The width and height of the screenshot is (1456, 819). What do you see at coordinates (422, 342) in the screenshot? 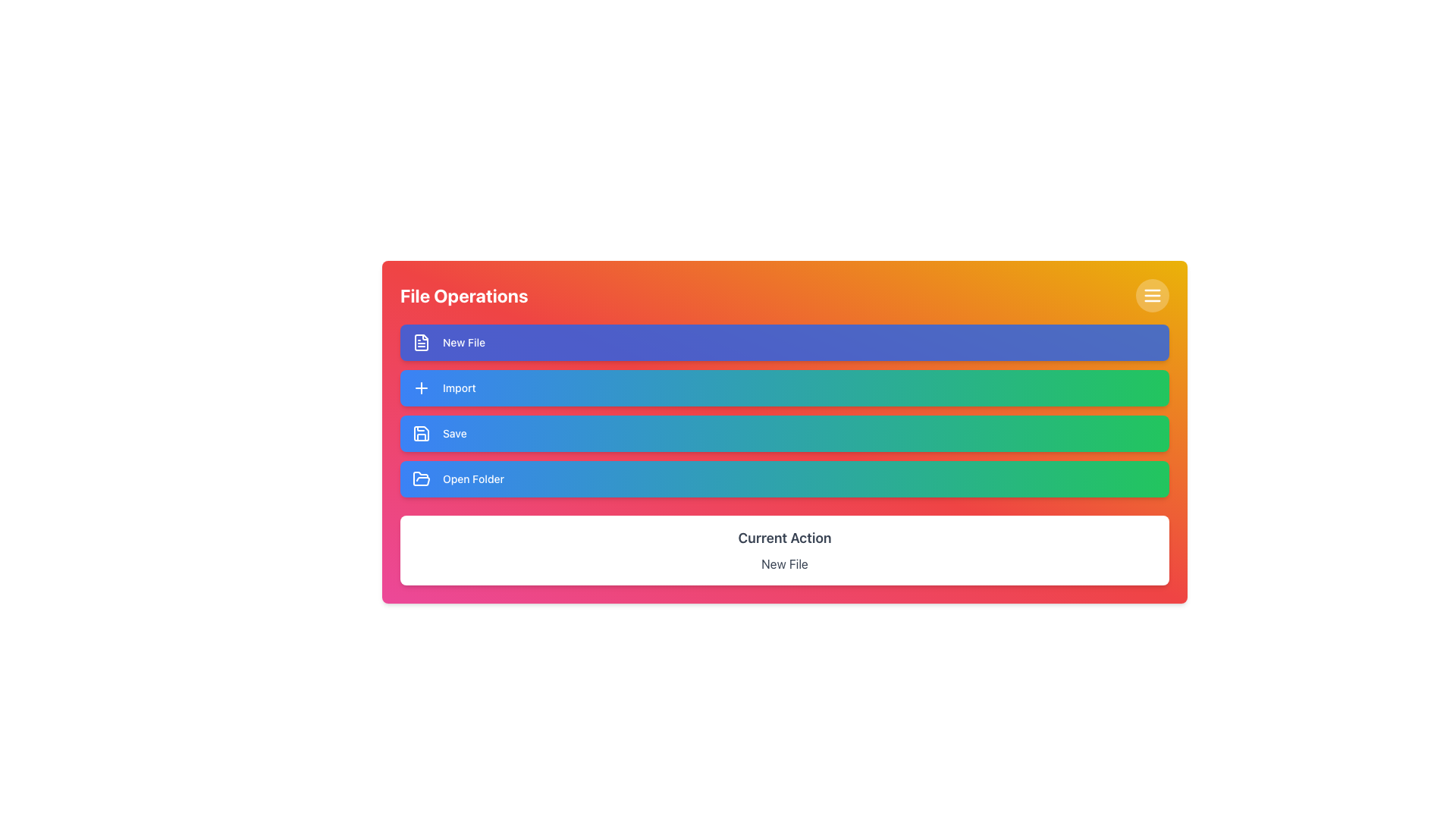
I see `the 'New File' button in the 'File Operations' menu, which includes the file icon to its left` at bounding box center [422, 342].